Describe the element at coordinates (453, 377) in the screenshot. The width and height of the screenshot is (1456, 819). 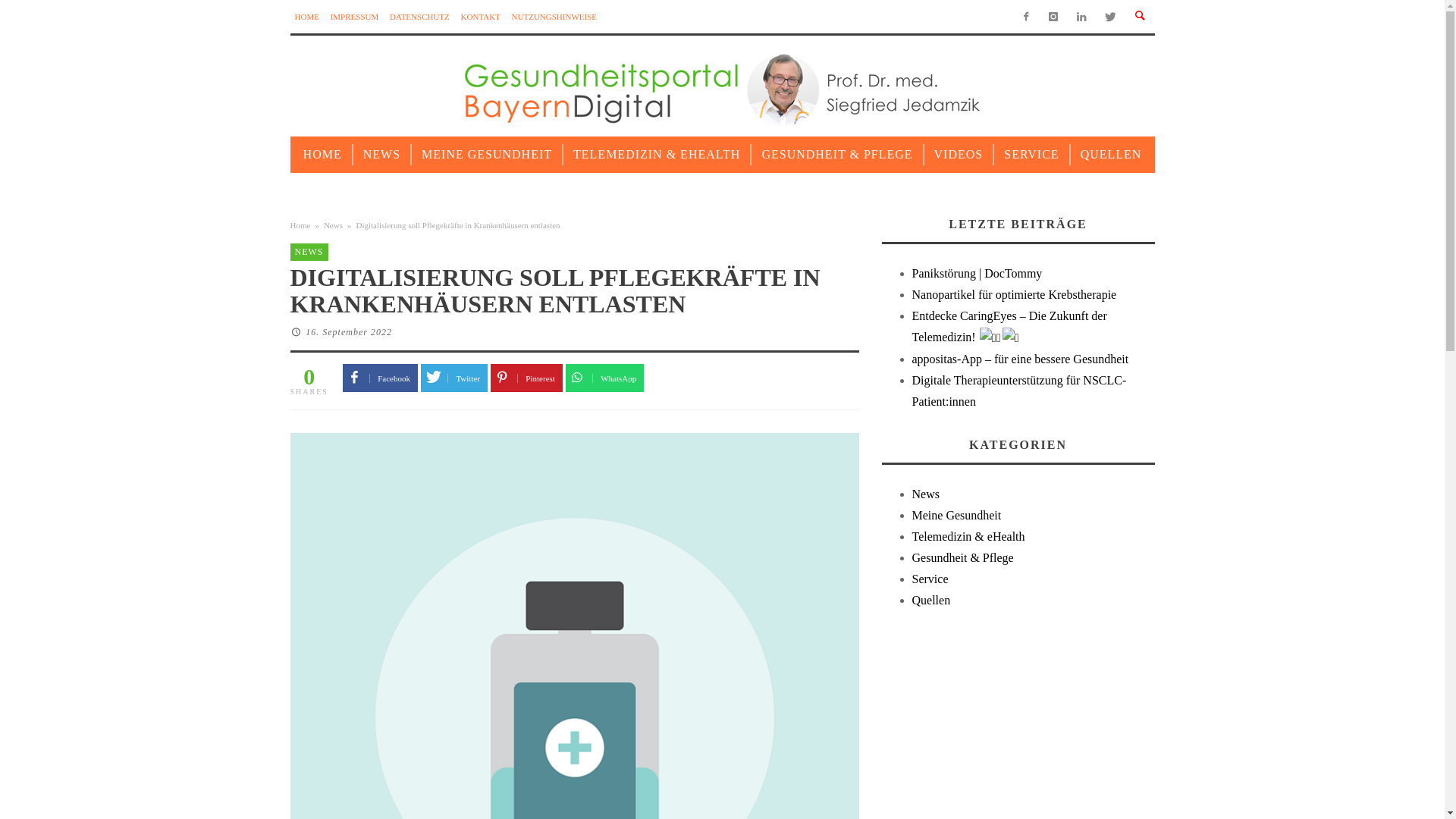
I see `'Twitter'` at that location.